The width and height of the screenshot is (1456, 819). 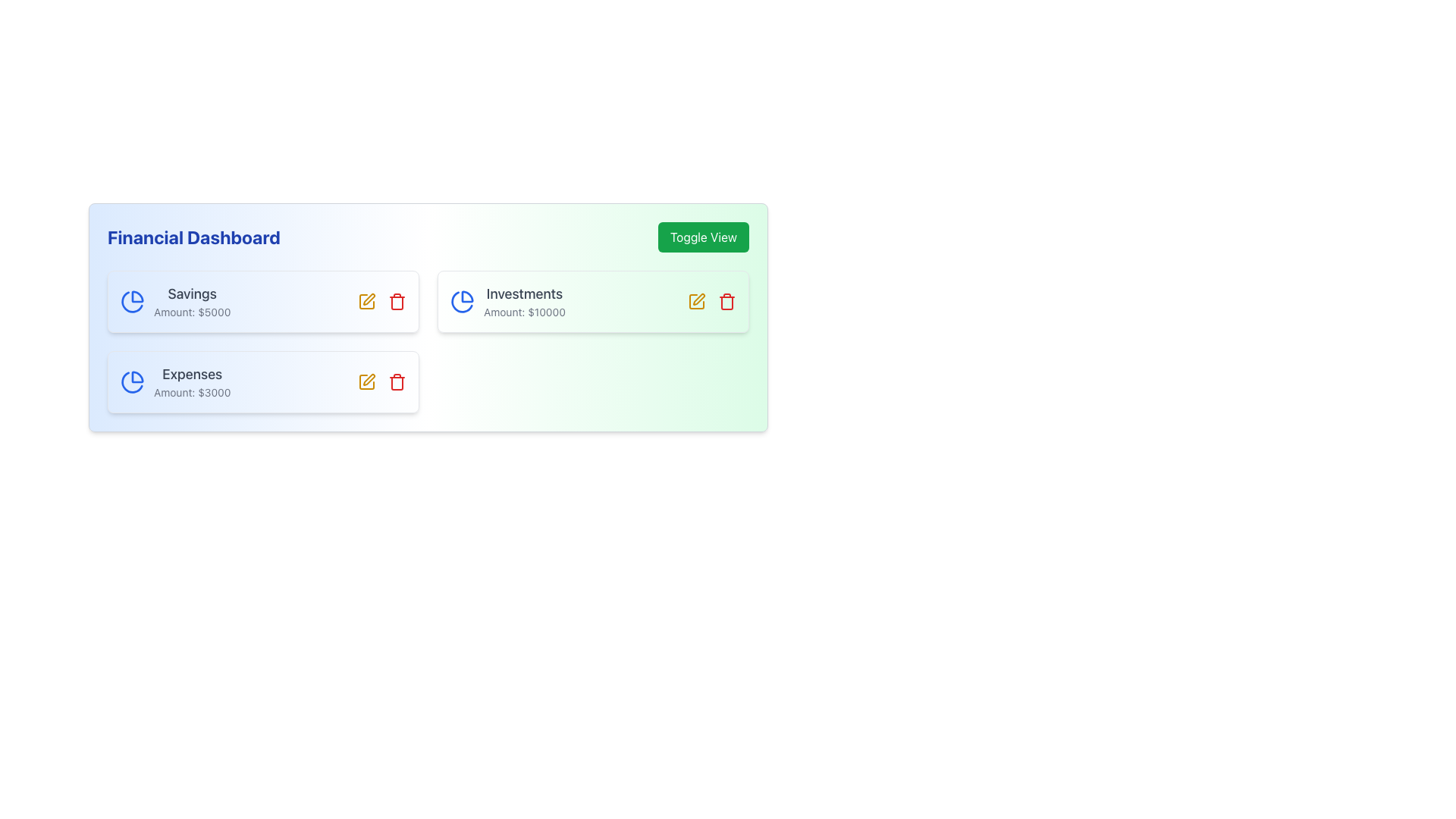 I want to click on the label 'Financial Dashboard' at the top of the dashboard component, which also includes a 'Toggle View' button on the right, so click(x=428, y=237).